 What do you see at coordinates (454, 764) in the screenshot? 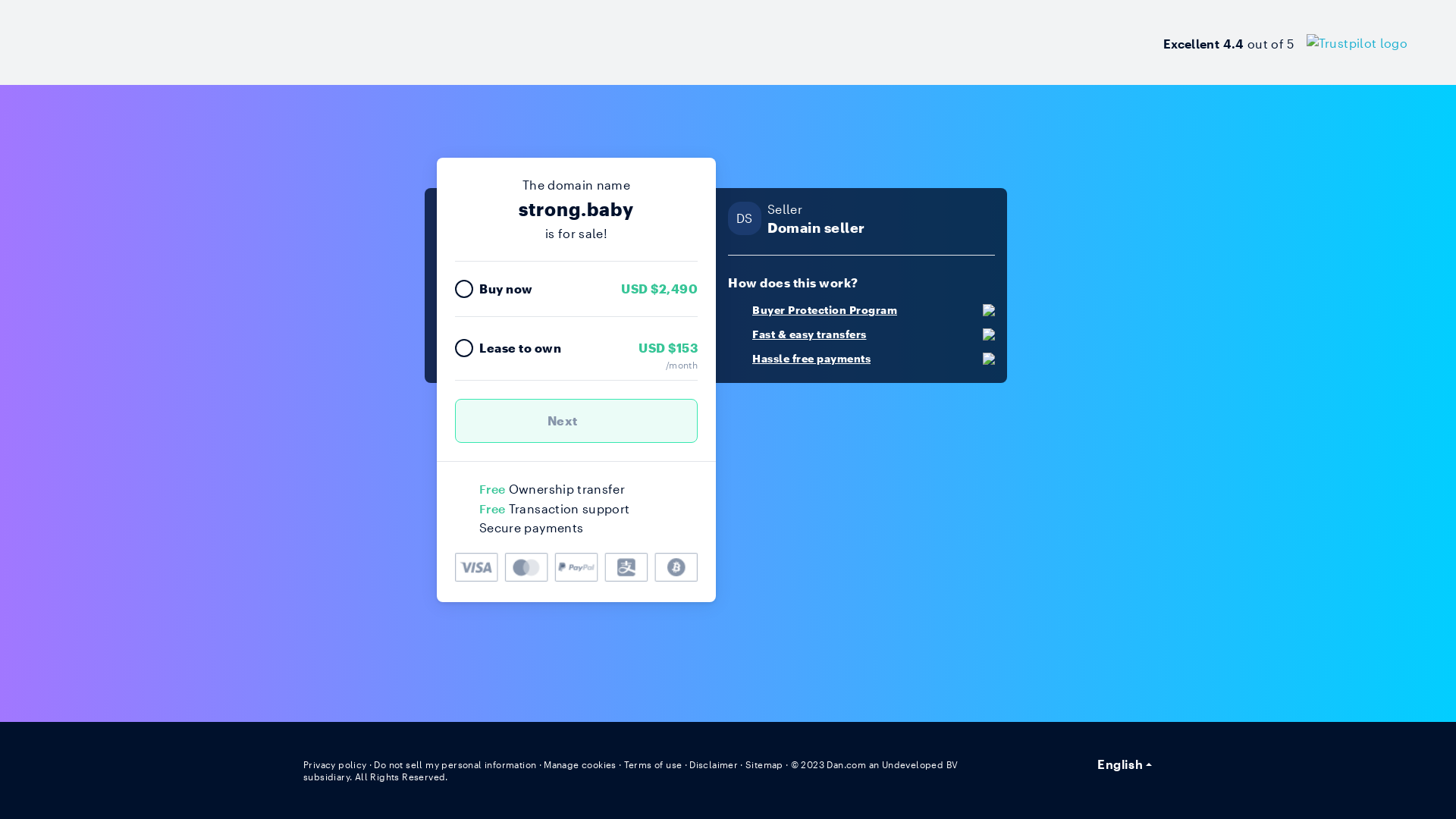
I see `'Do not sell my personal information'` at bounding box center [454, 764].